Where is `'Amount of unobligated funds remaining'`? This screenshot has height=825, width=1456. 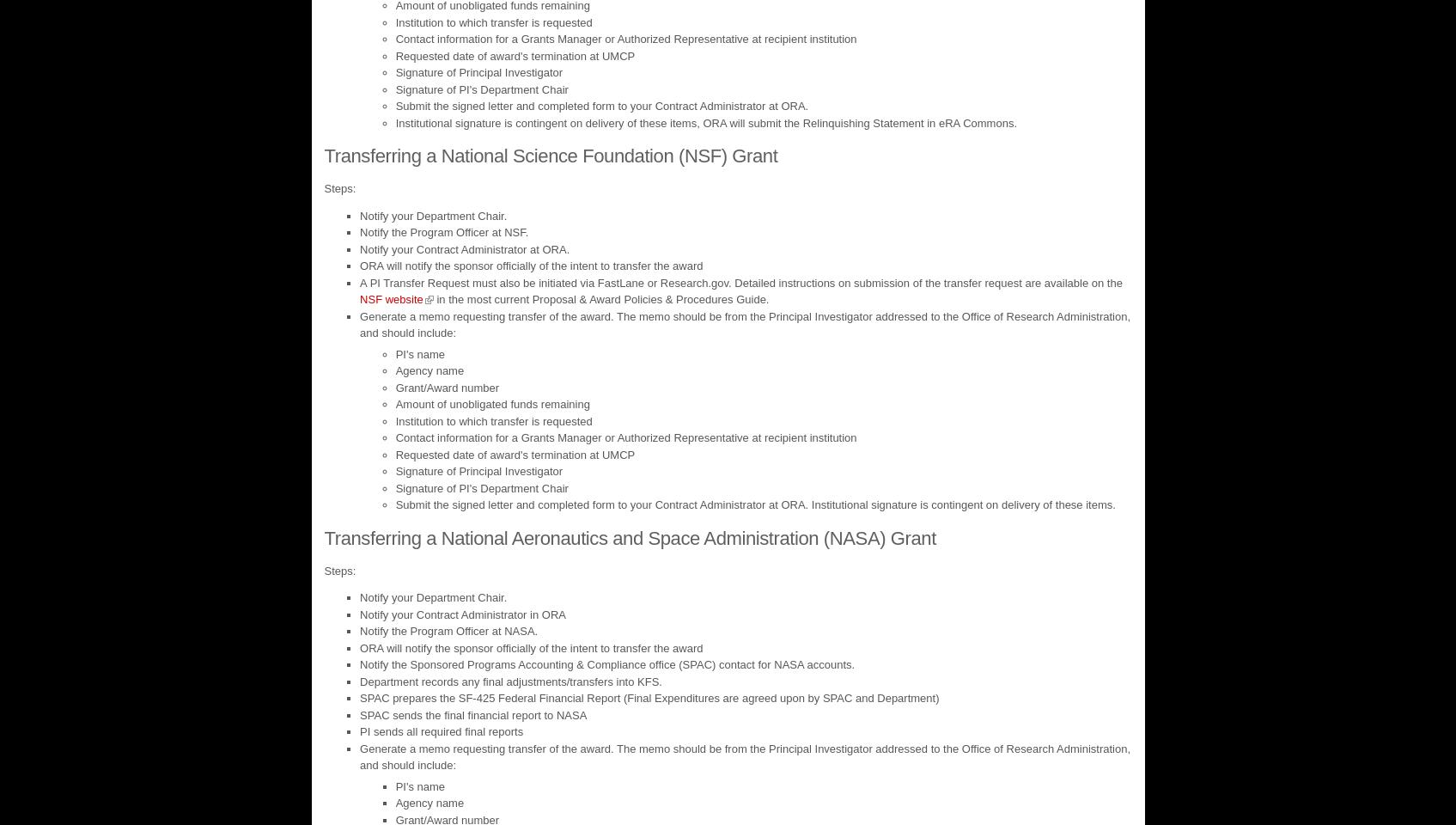 'Amount of unobligated funds remaining' is located at coordinates (394, 404).